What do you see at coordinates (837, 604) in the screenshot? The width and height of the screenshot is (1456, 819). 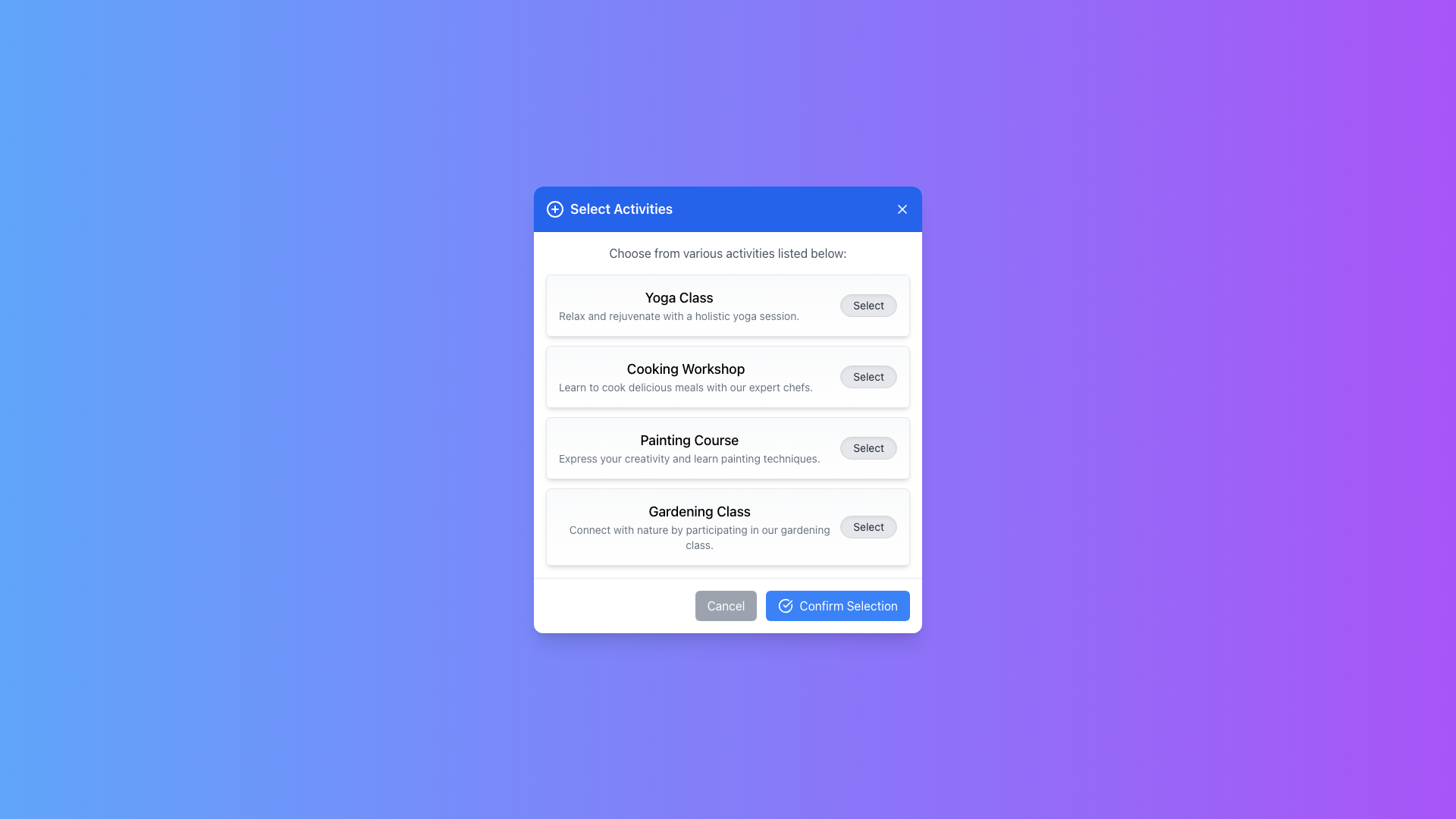 I see `the confirm button located in the bottom-right of the modal dialog, which applies the user's selection and closes the dialog` at bounding box center [837, 604].